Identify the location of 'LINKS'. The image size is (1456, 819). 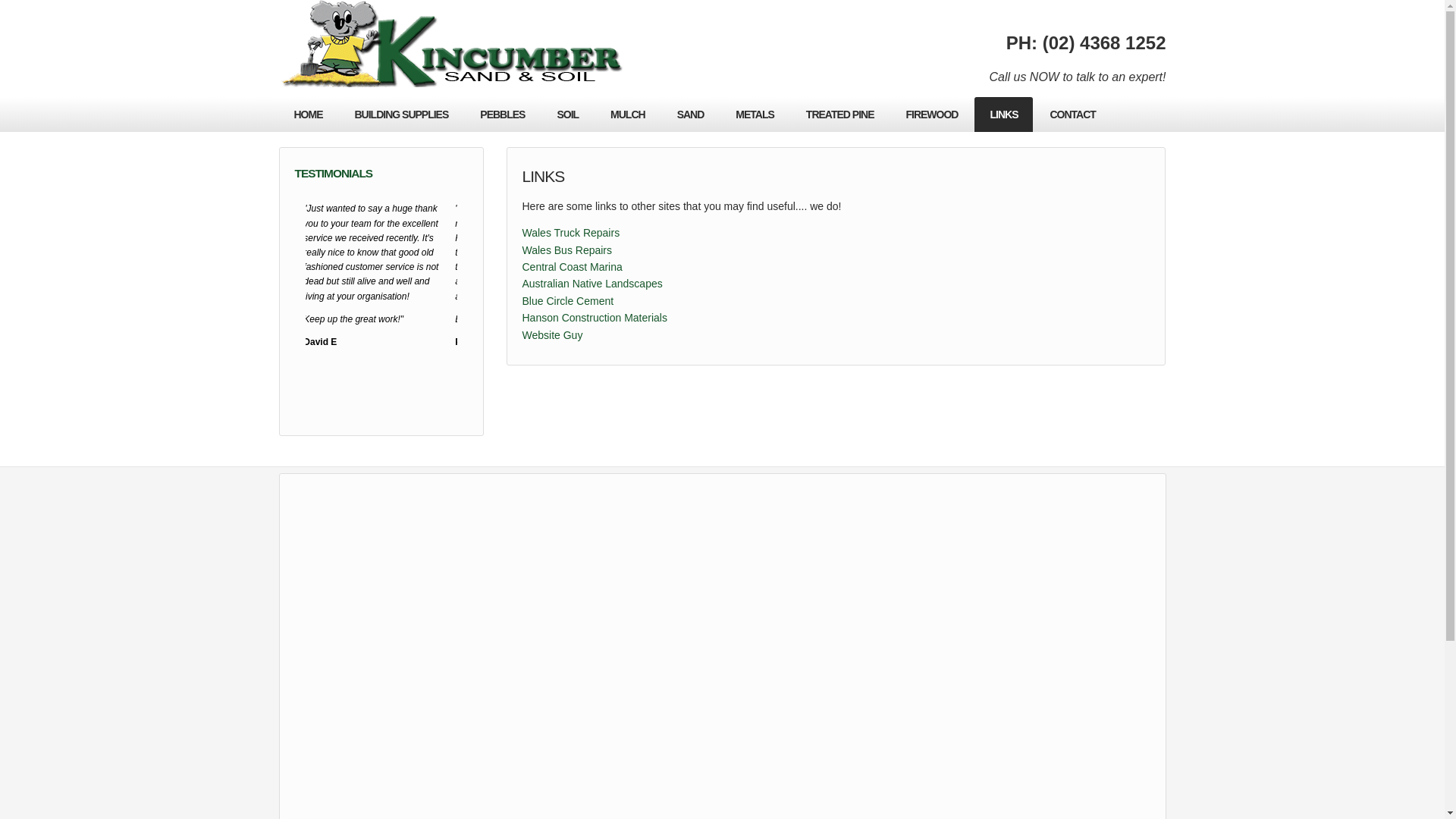
(1003, 113).